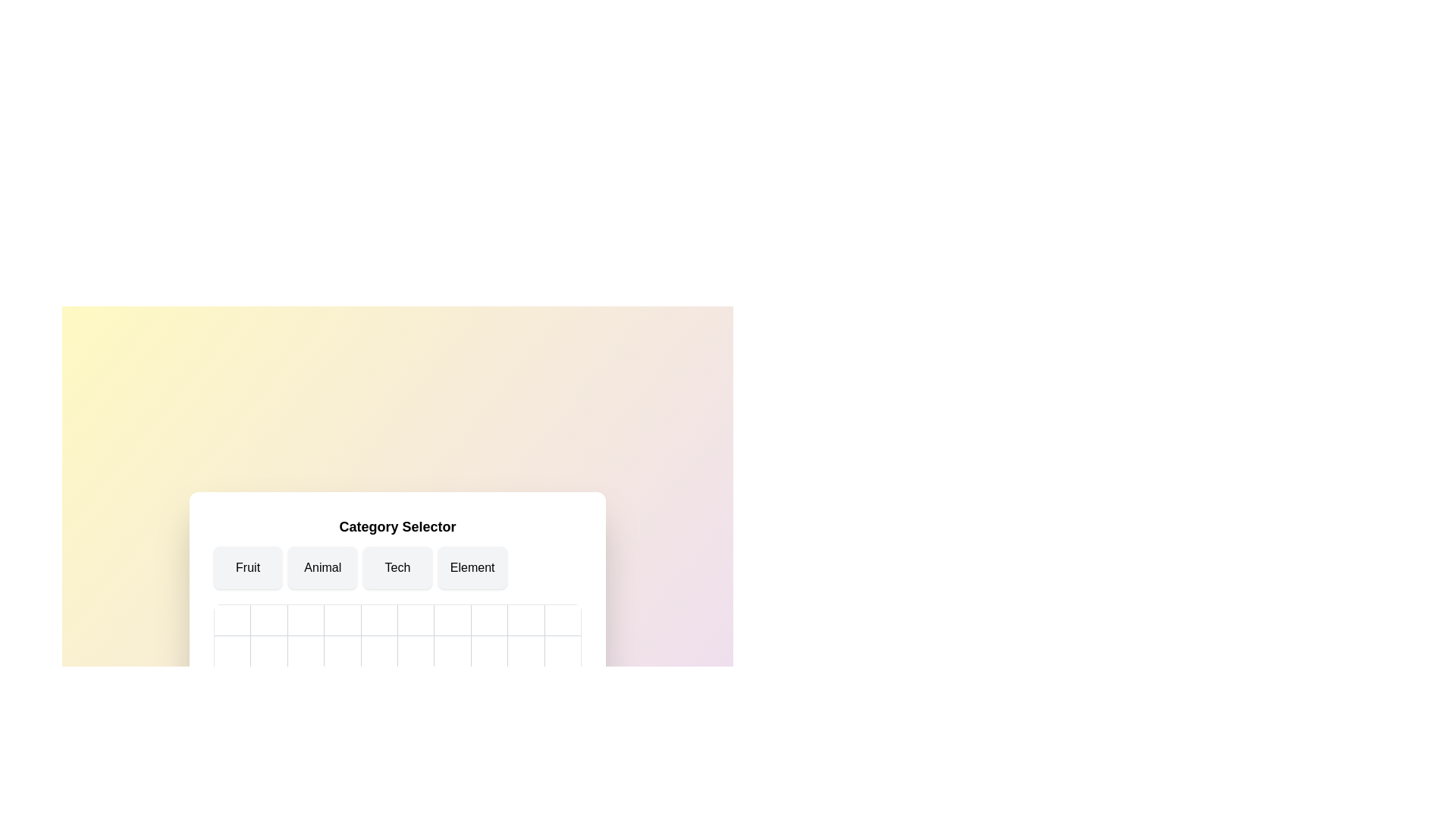 Image resolution: width=1456 pixels, height=819 pixels. Describe the element at coordinates (397, 567) in the screenshot. I see `the category Tech to select it` at that location.